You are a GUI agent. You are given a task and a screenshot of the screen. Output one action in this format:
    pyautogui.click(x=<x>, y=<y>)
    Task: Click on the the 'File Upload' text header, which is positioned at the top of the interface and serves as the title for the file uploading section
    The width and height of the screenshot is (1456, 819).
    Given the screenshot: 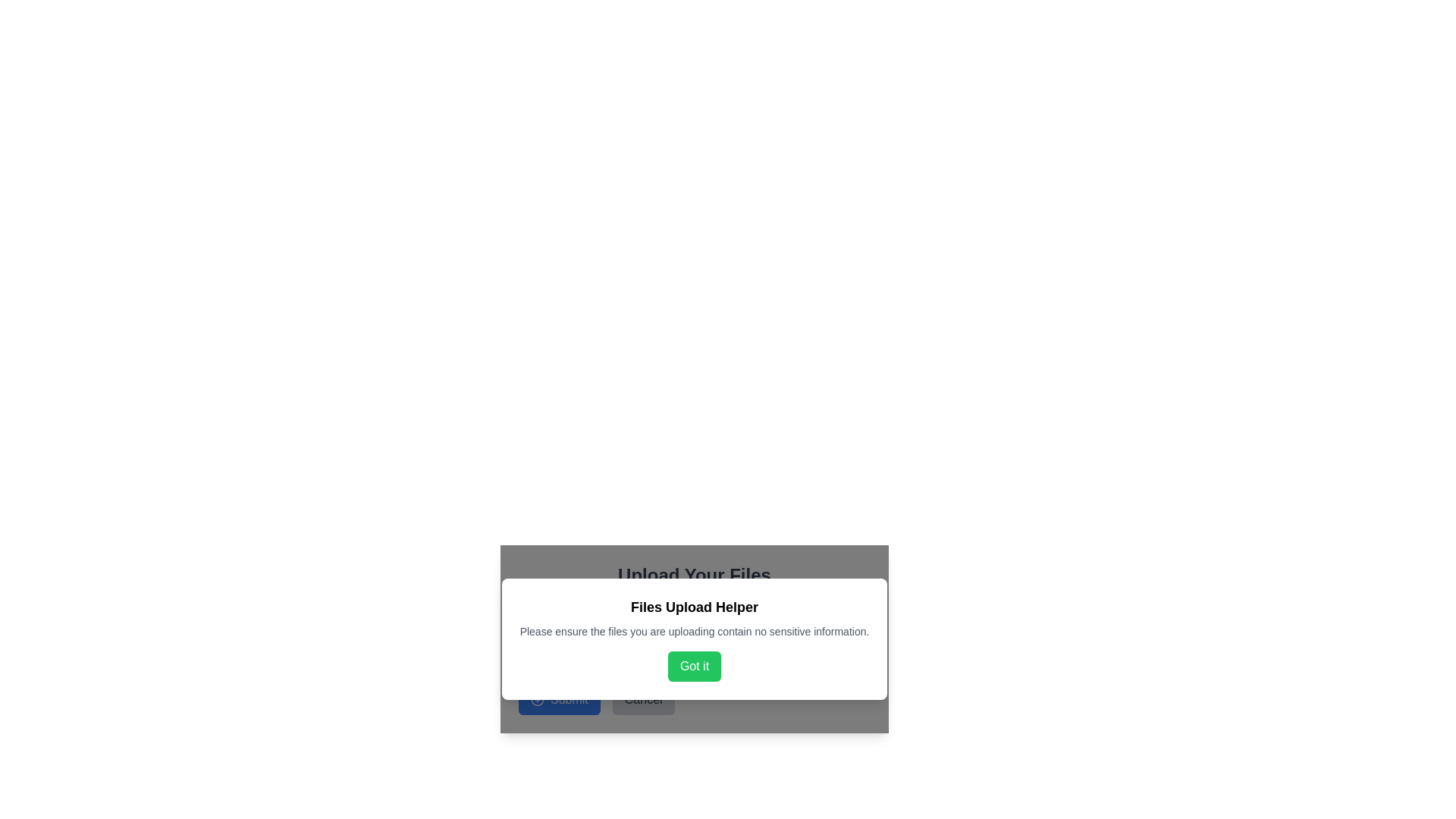 What is the action you would take?
    pyautogui.click(x=694, y=576)
    